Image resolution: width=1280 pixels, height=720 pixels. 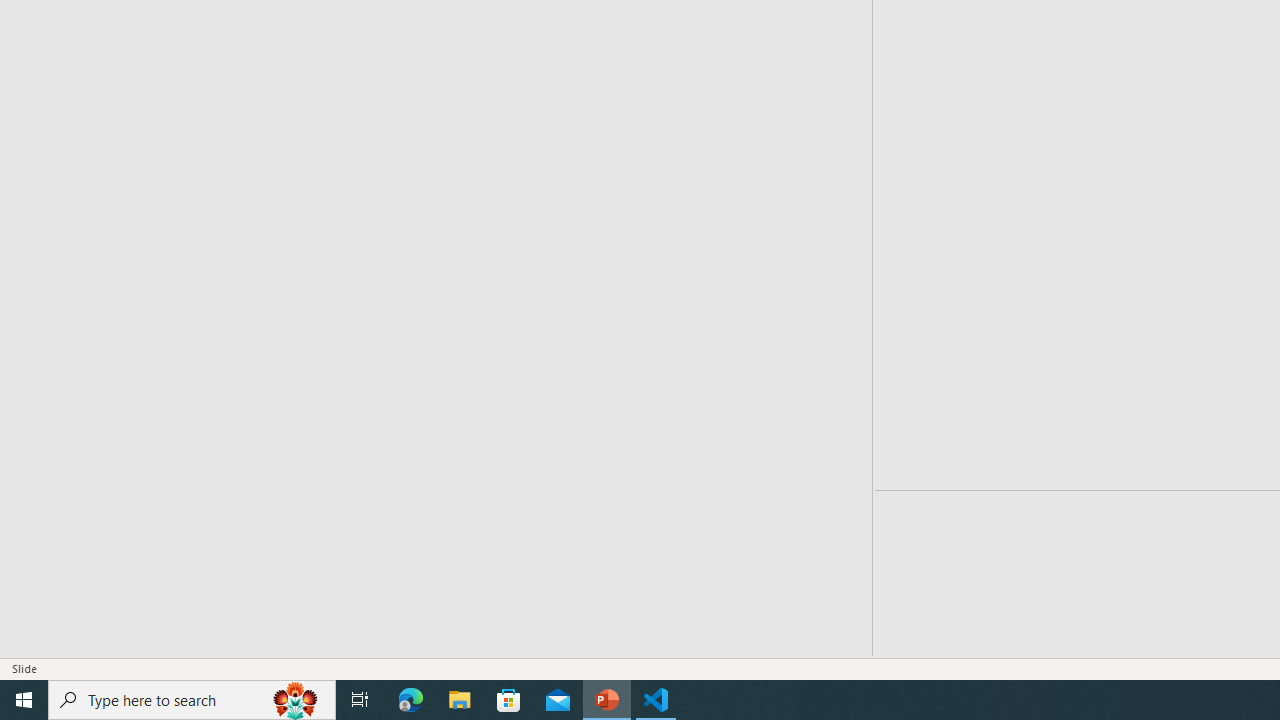 I want to click on 'Microsoft Edge', so click(x=410, y=698).